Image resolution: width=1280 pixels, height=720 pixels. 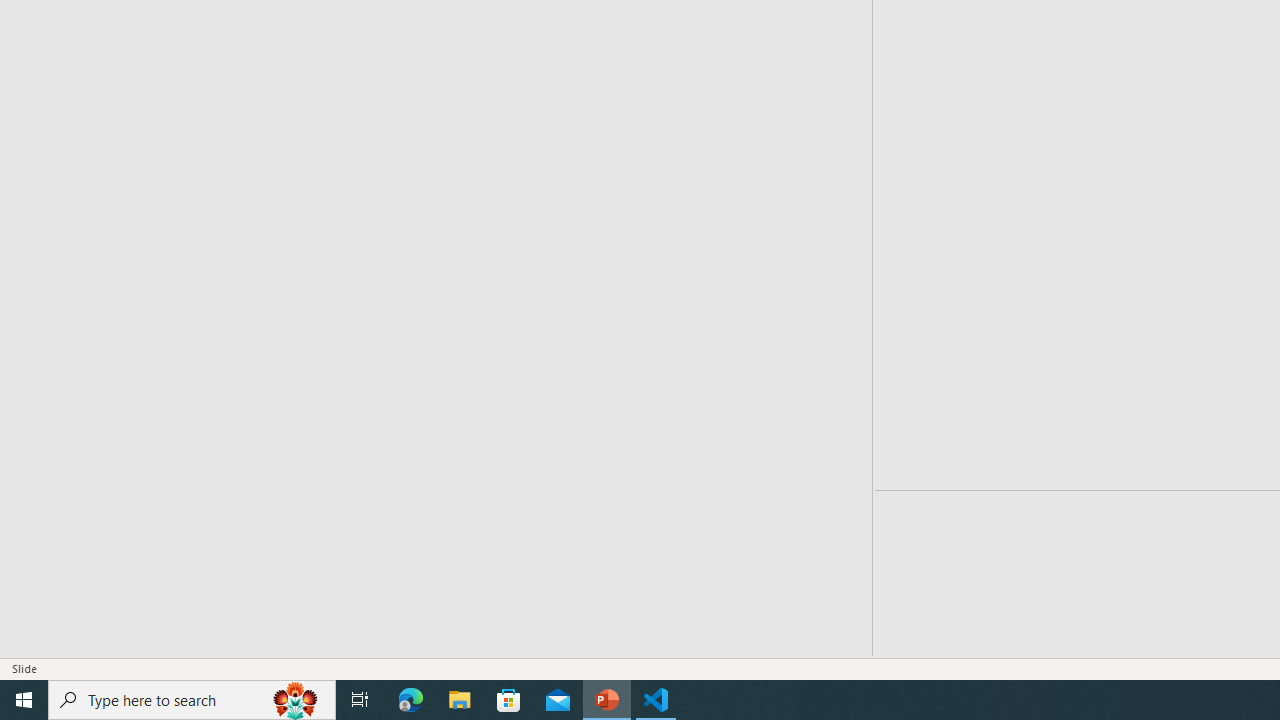 I want to click on 'Microsoft Edge', so click(x=410, y=698).